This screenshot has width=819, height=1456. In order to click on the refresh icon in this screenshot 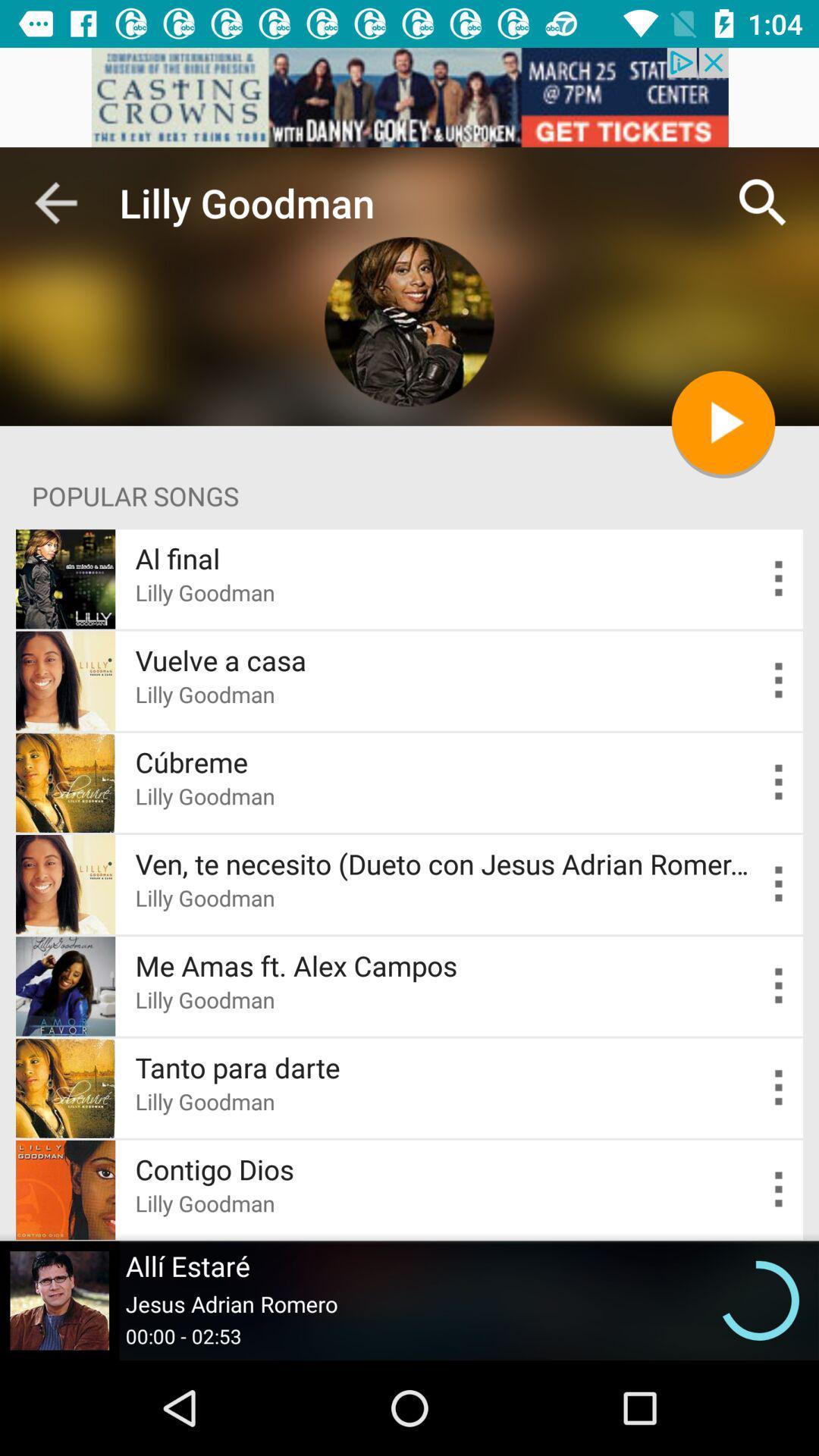, I will do `click(759, 1300)`.